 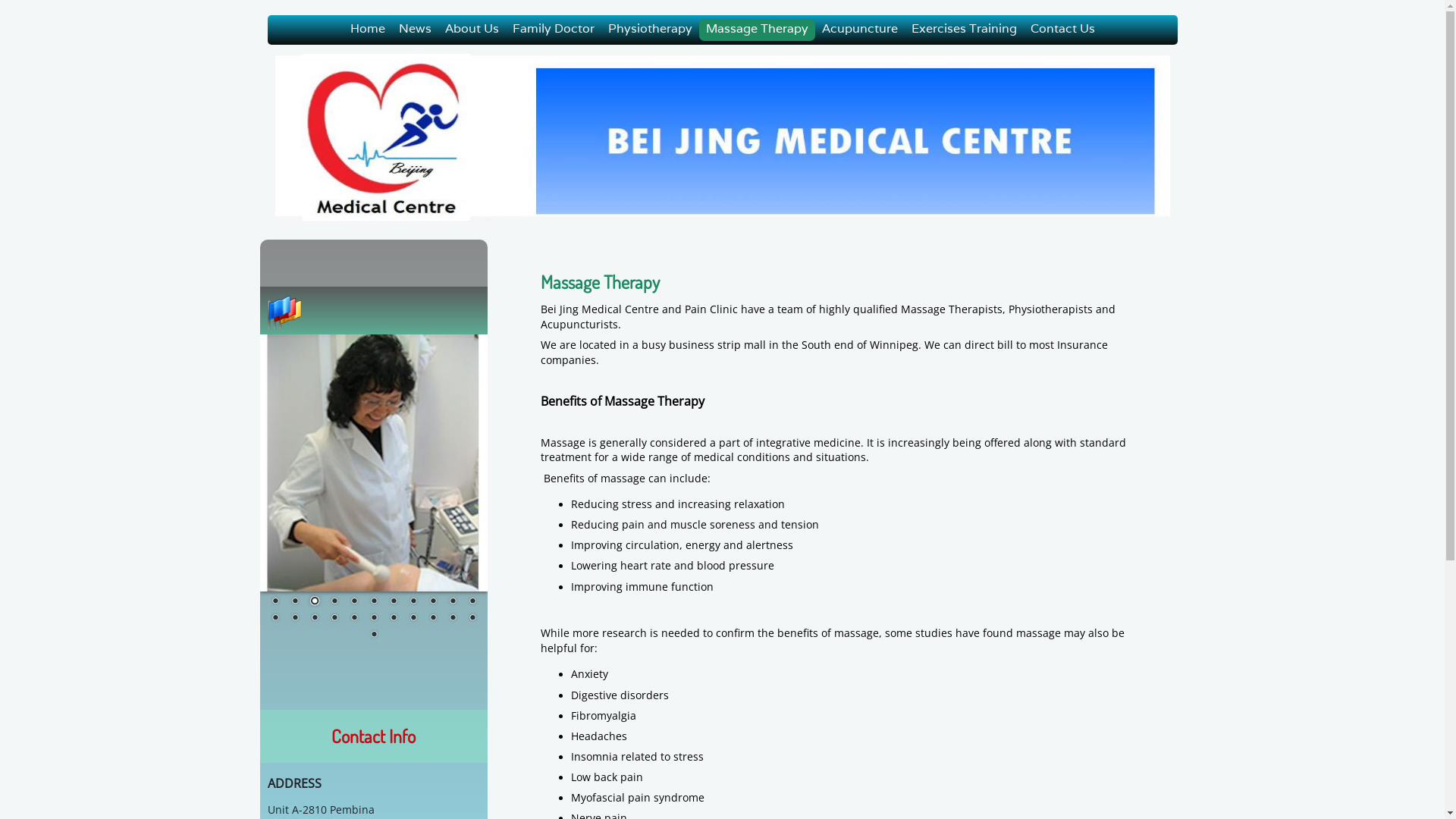 I want to click on '7', so click(x=393, y=601).